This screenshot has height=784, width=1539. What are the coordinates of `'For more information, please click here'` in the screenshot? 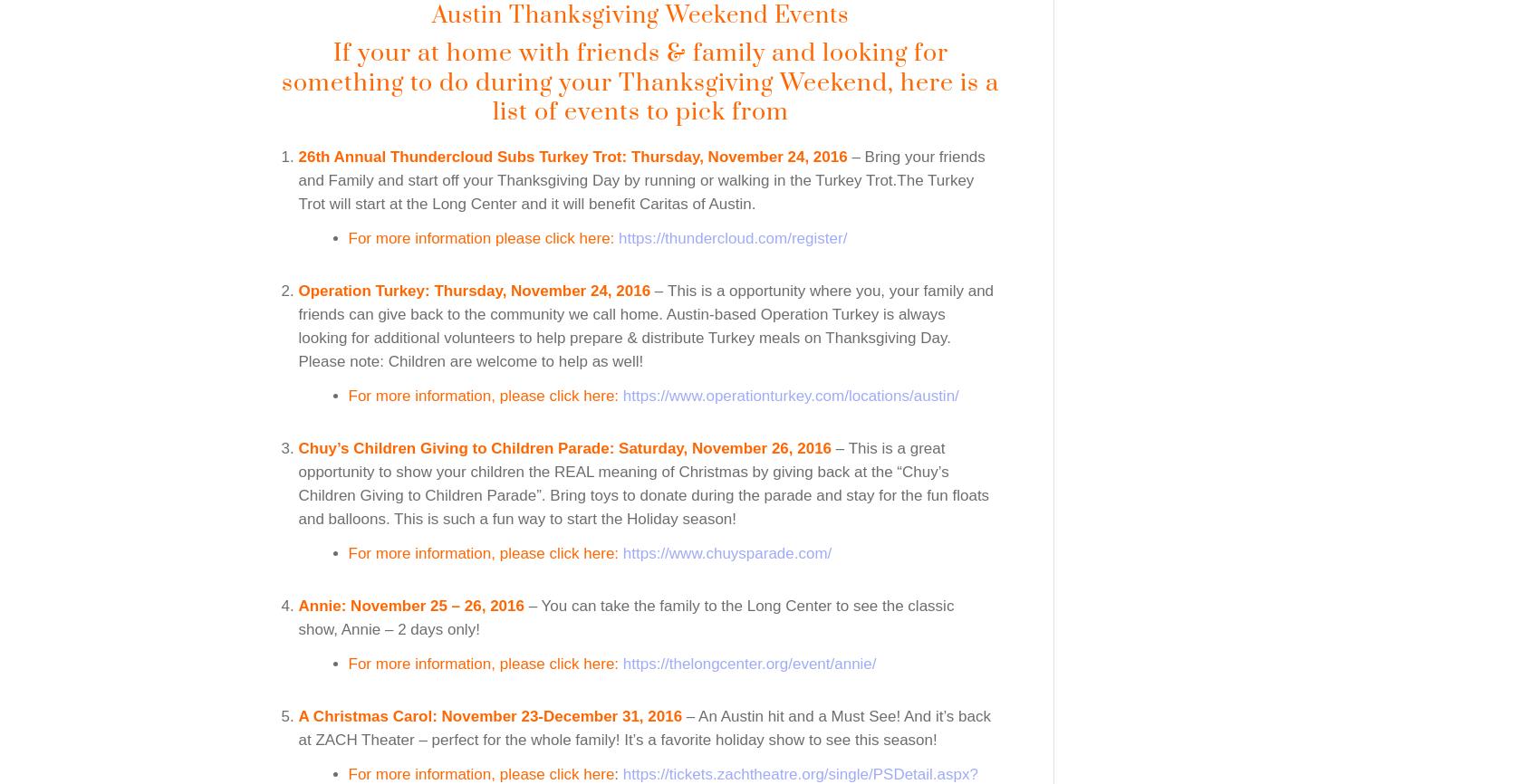 It's located at (479, 772).